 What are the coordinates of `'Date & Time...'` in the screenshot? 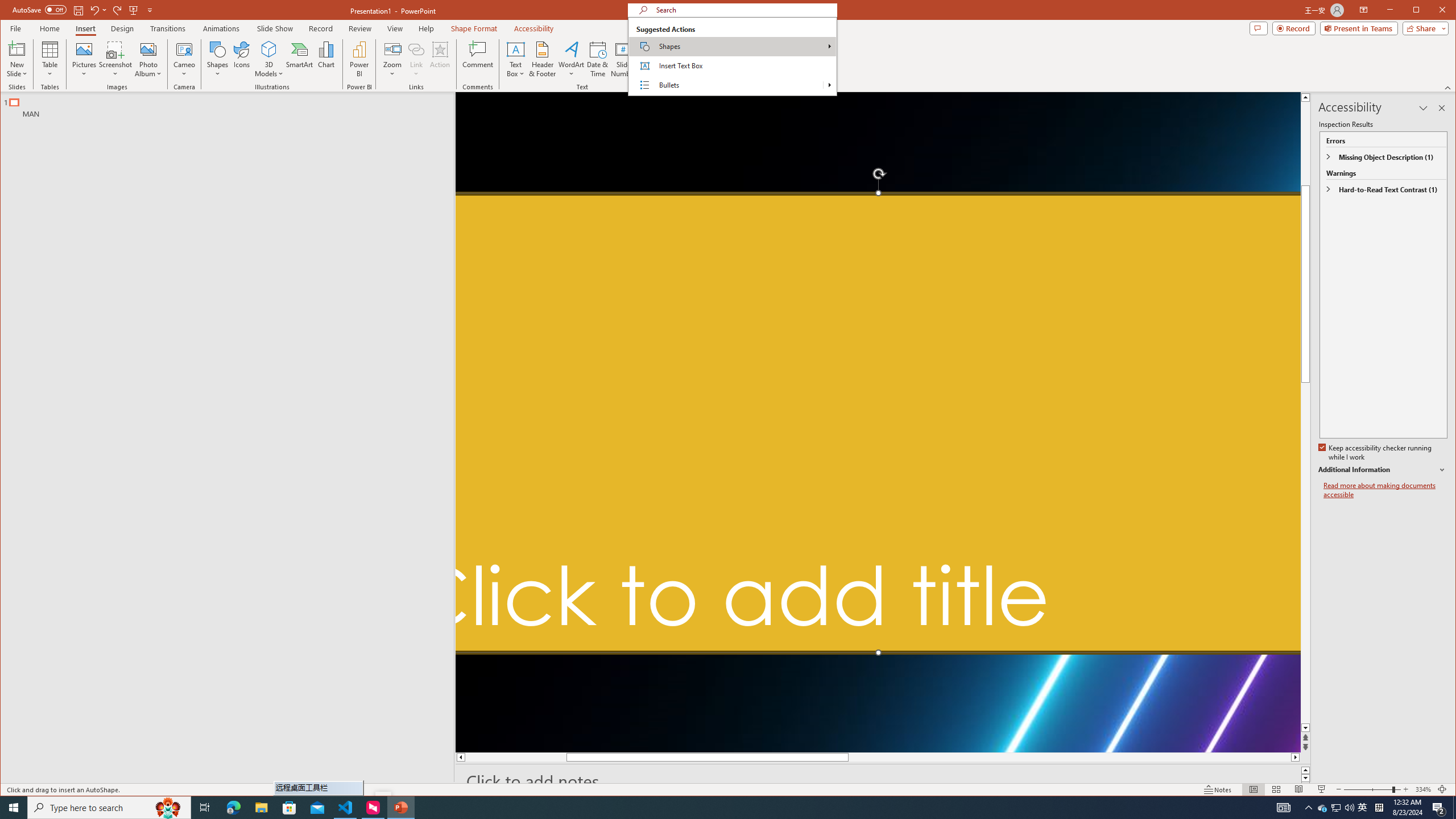 It's located at (597, 59).